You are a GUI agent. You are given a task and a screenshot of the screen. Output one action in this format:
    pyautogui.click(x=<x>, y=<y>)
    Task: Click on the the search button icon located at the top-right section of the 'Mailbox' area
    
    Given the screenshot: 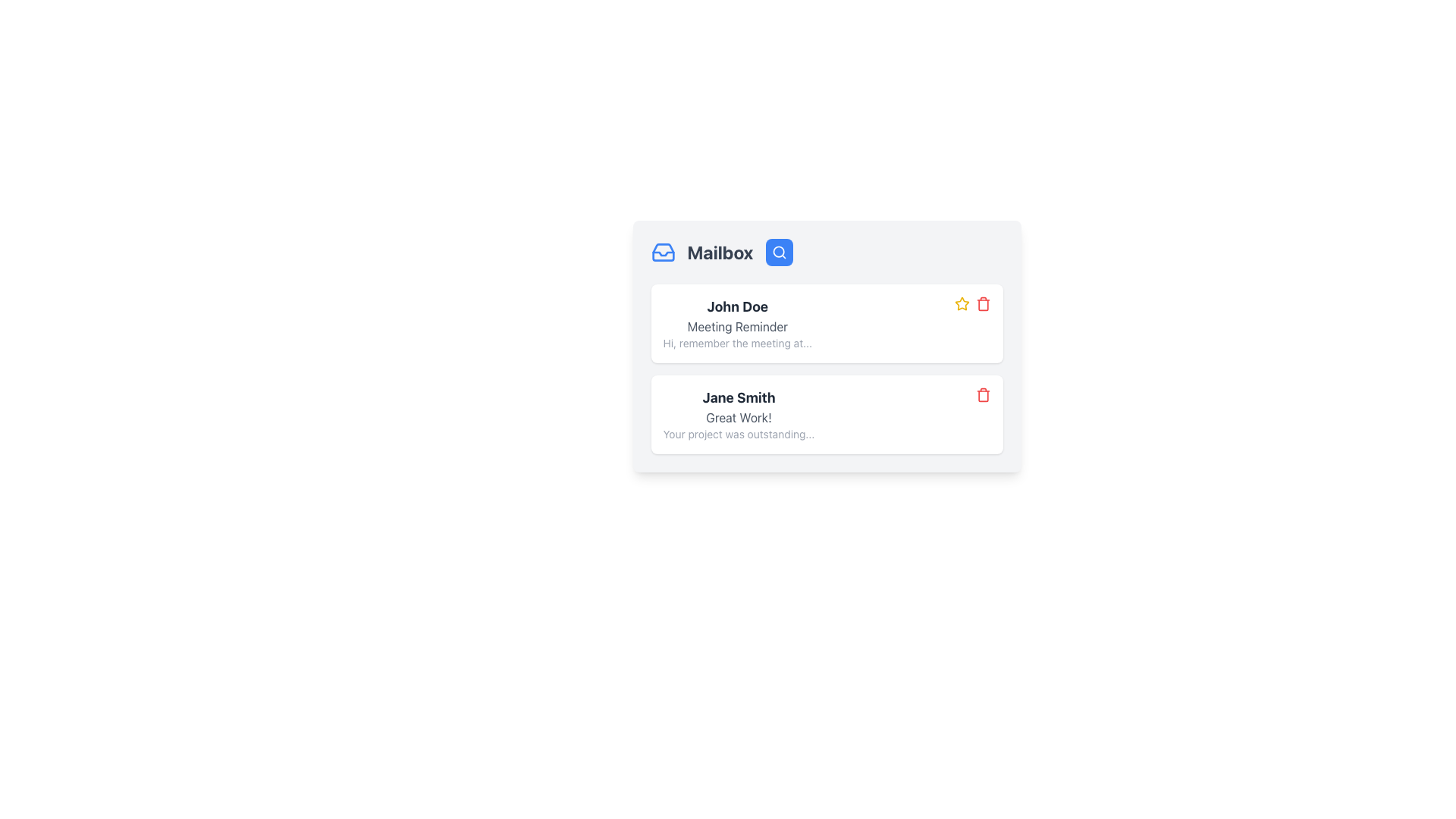 What is the action you would take?
    pyautogui.click(x=779, y=251)
    